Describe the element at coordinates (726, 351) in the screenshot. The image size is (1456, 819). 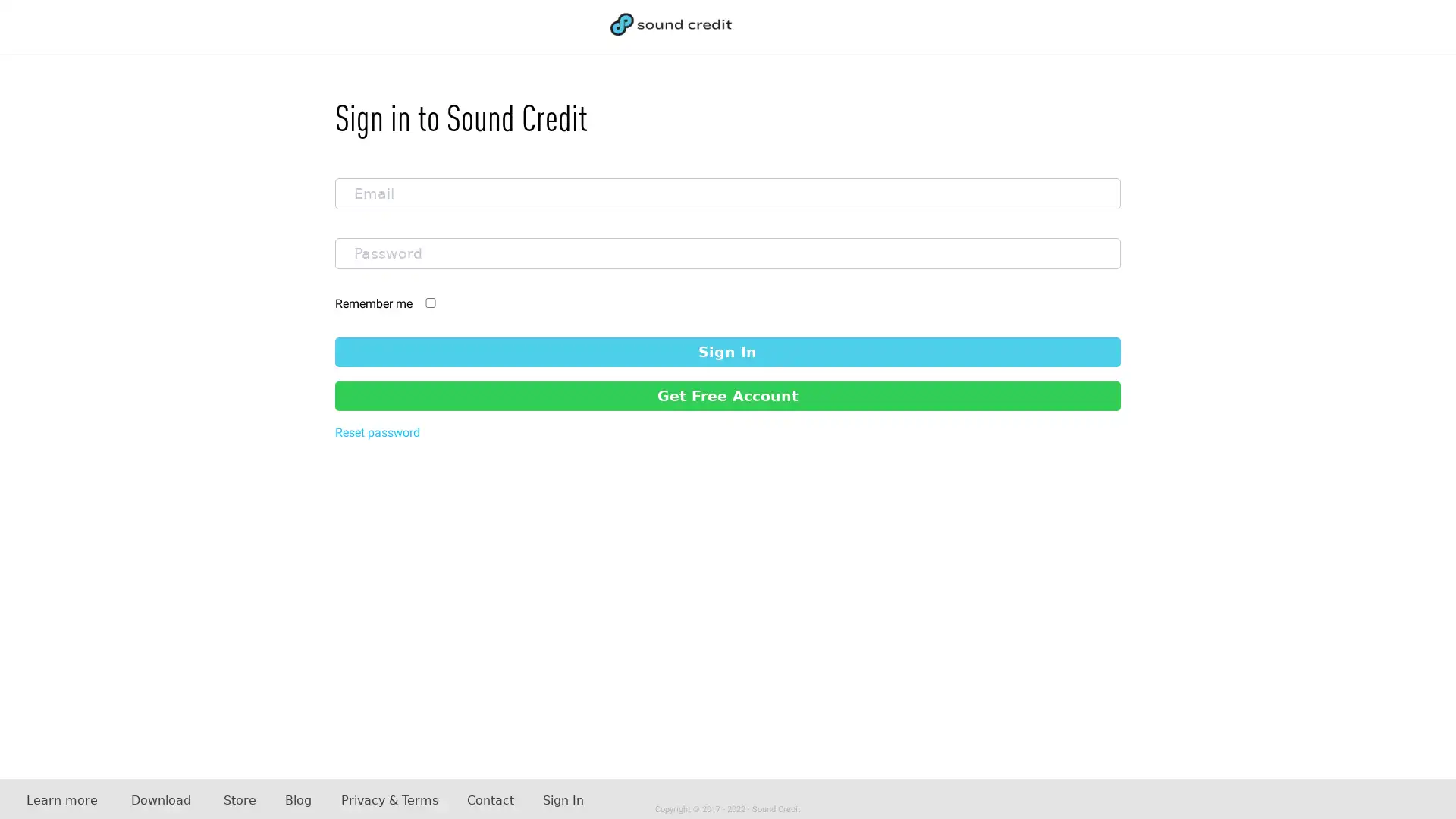
I see `Sign In` at that location.